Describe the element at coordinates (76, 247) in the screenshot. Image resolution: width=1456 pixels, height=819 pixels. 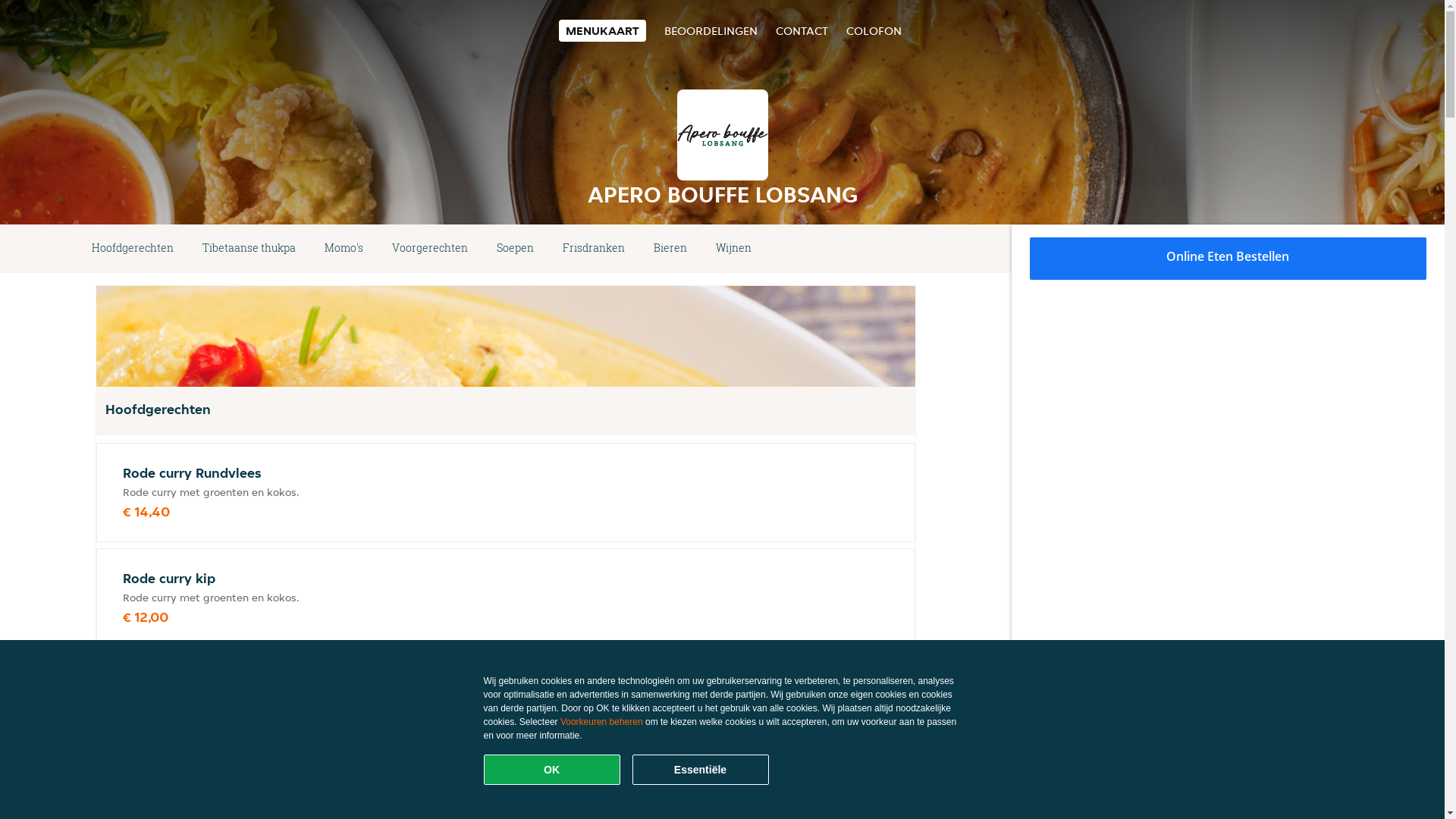
I see `'Hoofdgerechten'` at that location.